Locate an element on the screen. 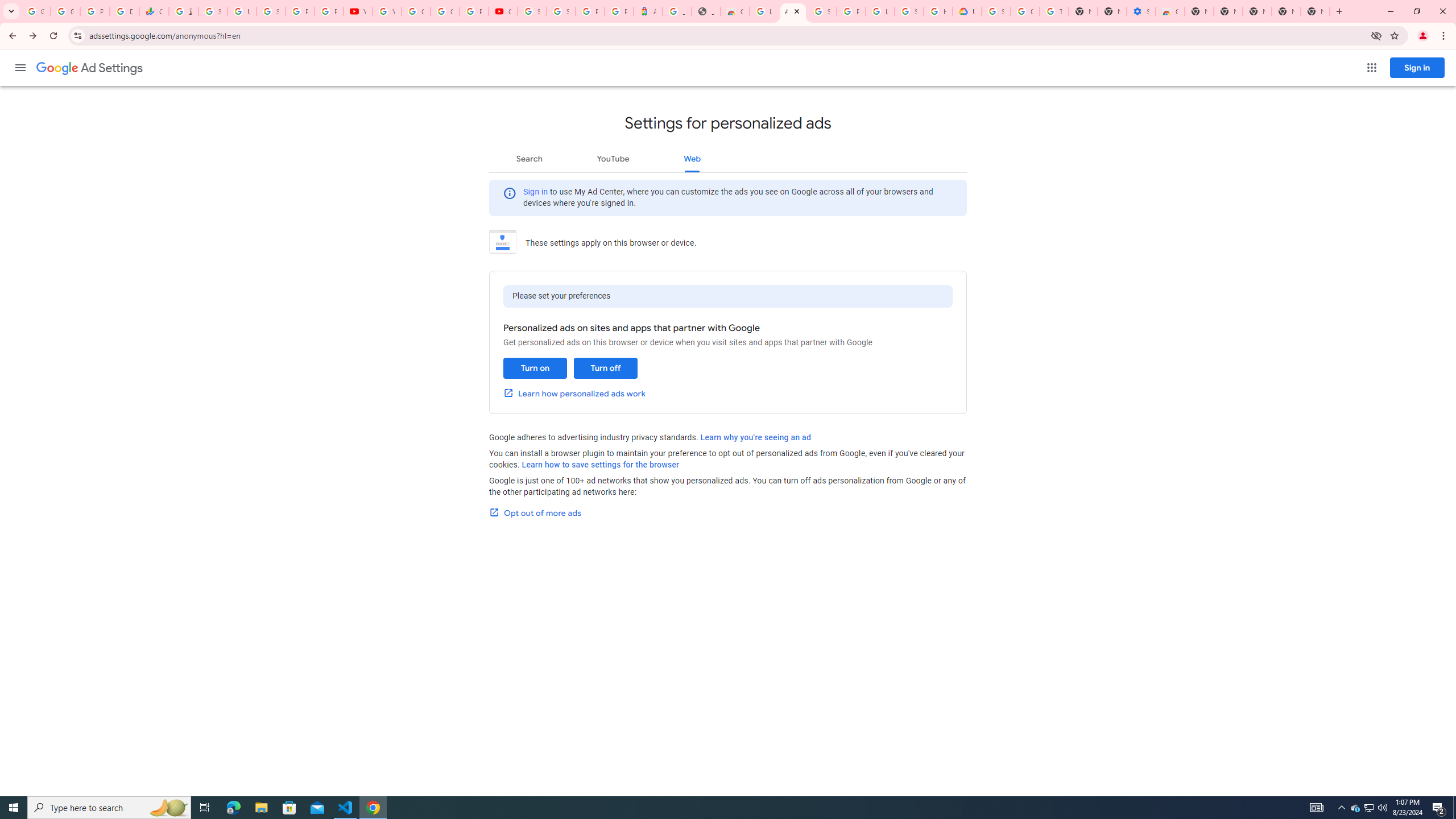 The height and width of the screenshot is (819, 1456). 'Google Account Help' is located at coordinates (1025, 11).